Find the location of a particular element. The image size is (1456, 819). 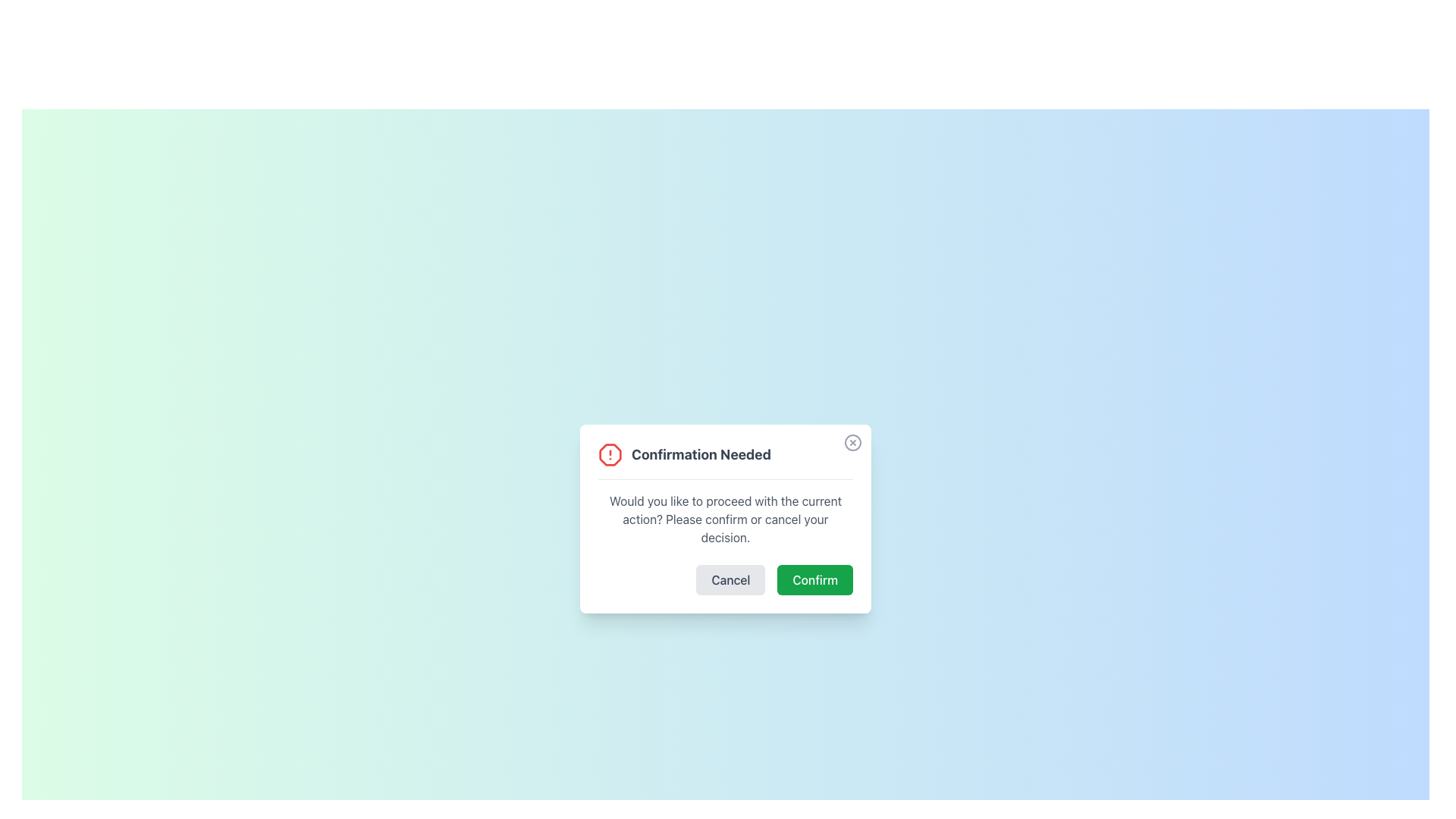

the static text displaying the message 'Would you like to proceed with the current action? Please confirm or cancel your decision.' which is styled in gray color and located within the modal dialog box is located at coordinates (724, 517).